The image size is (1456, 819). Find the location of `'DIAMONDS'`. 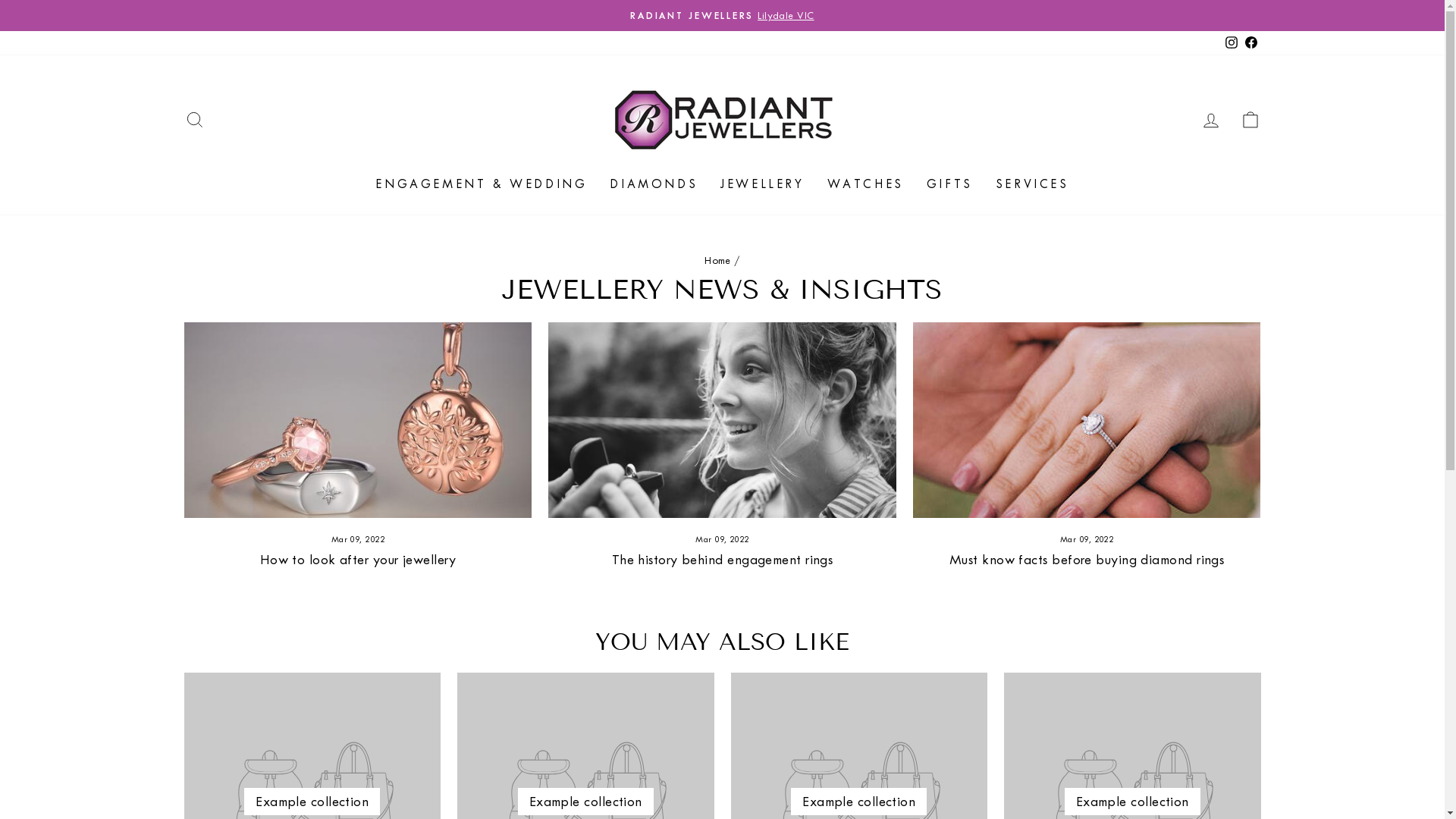

'DIAMONDS' is located at coordinates (654, 183).